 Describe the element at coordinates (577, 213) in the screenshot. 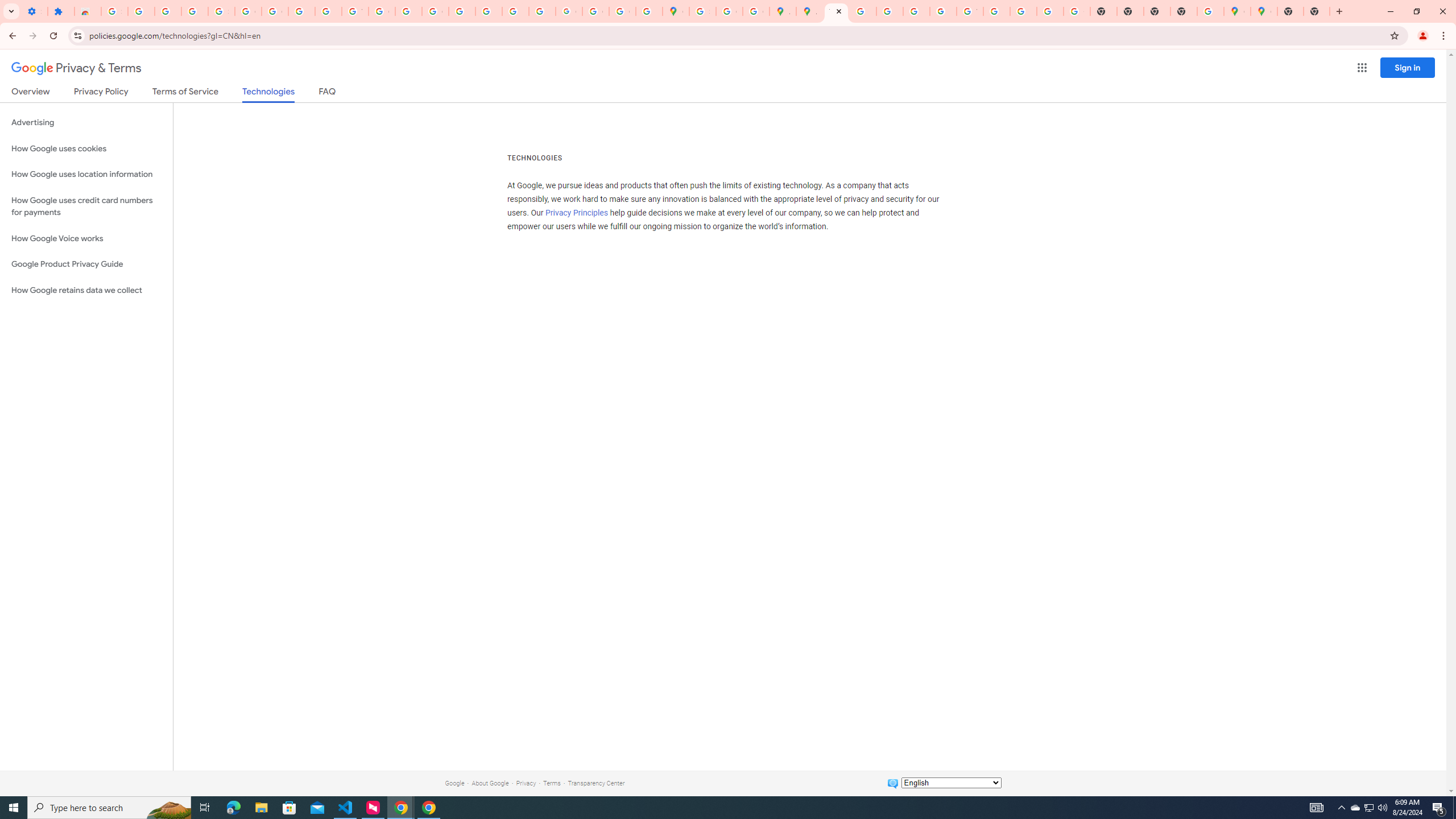

I see `'Privacy Principles'` at that location.